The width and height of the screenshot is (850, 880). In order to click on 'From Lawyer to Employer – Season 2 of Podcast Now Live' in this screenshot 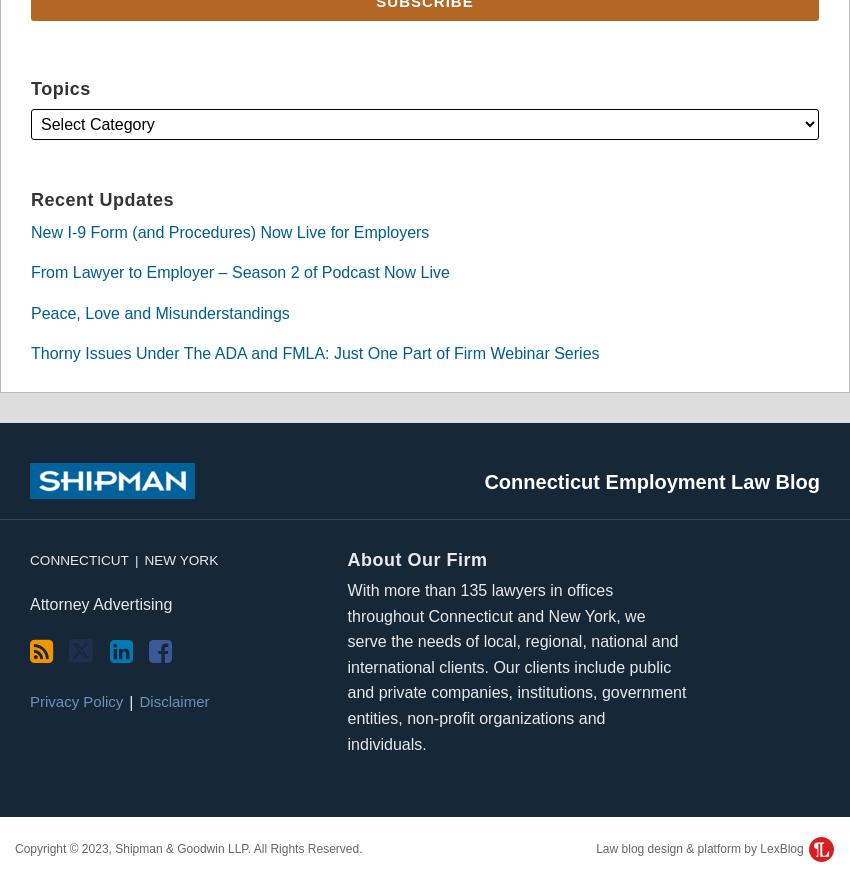, I will do `click(240, 272)`.